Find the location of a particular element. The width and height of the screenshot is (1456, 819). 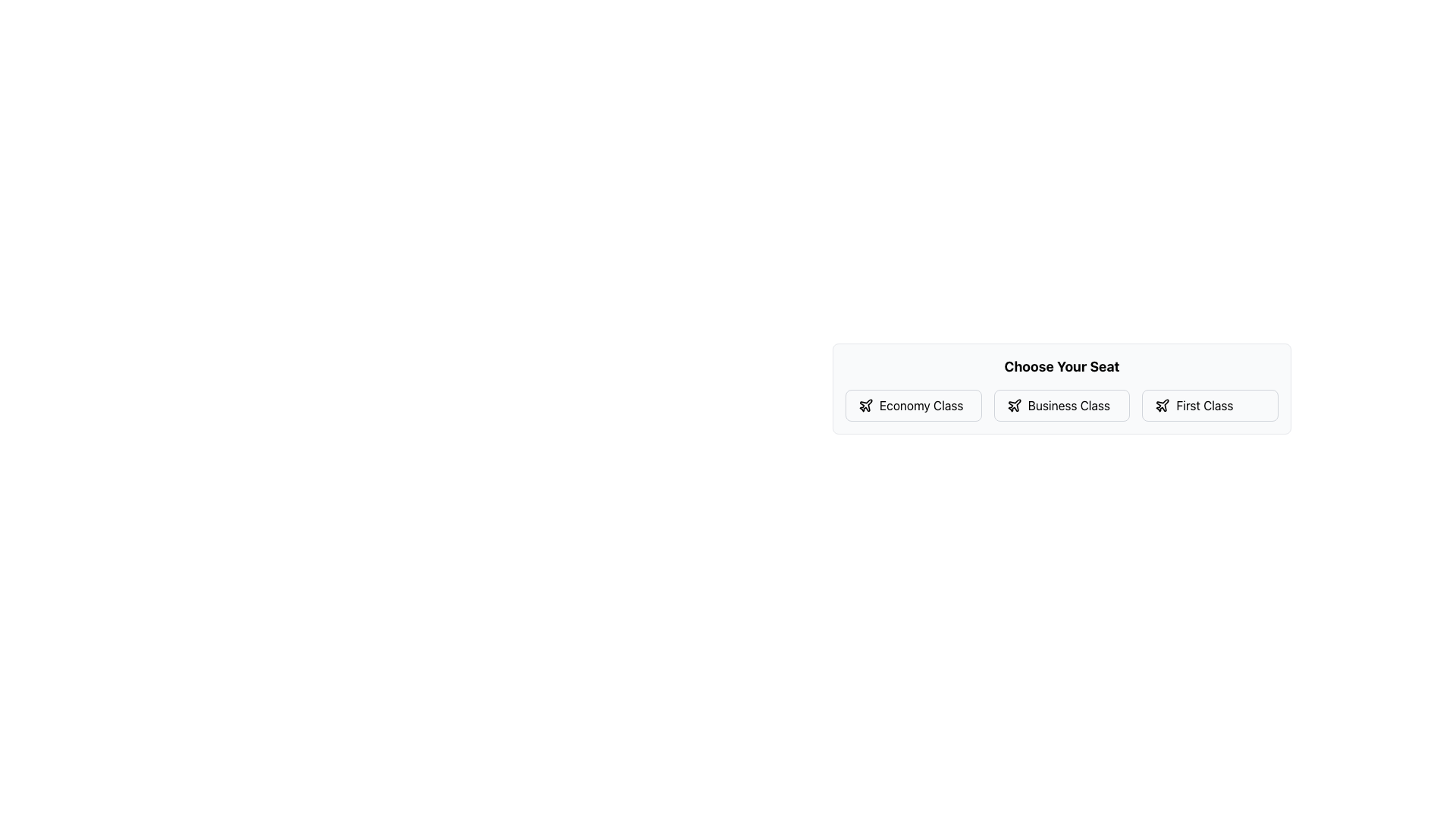

the 'Business Class' text label, which is the second option in a row of three class selection labels in the ticket booking interface is located at coordinates (1068, 405).